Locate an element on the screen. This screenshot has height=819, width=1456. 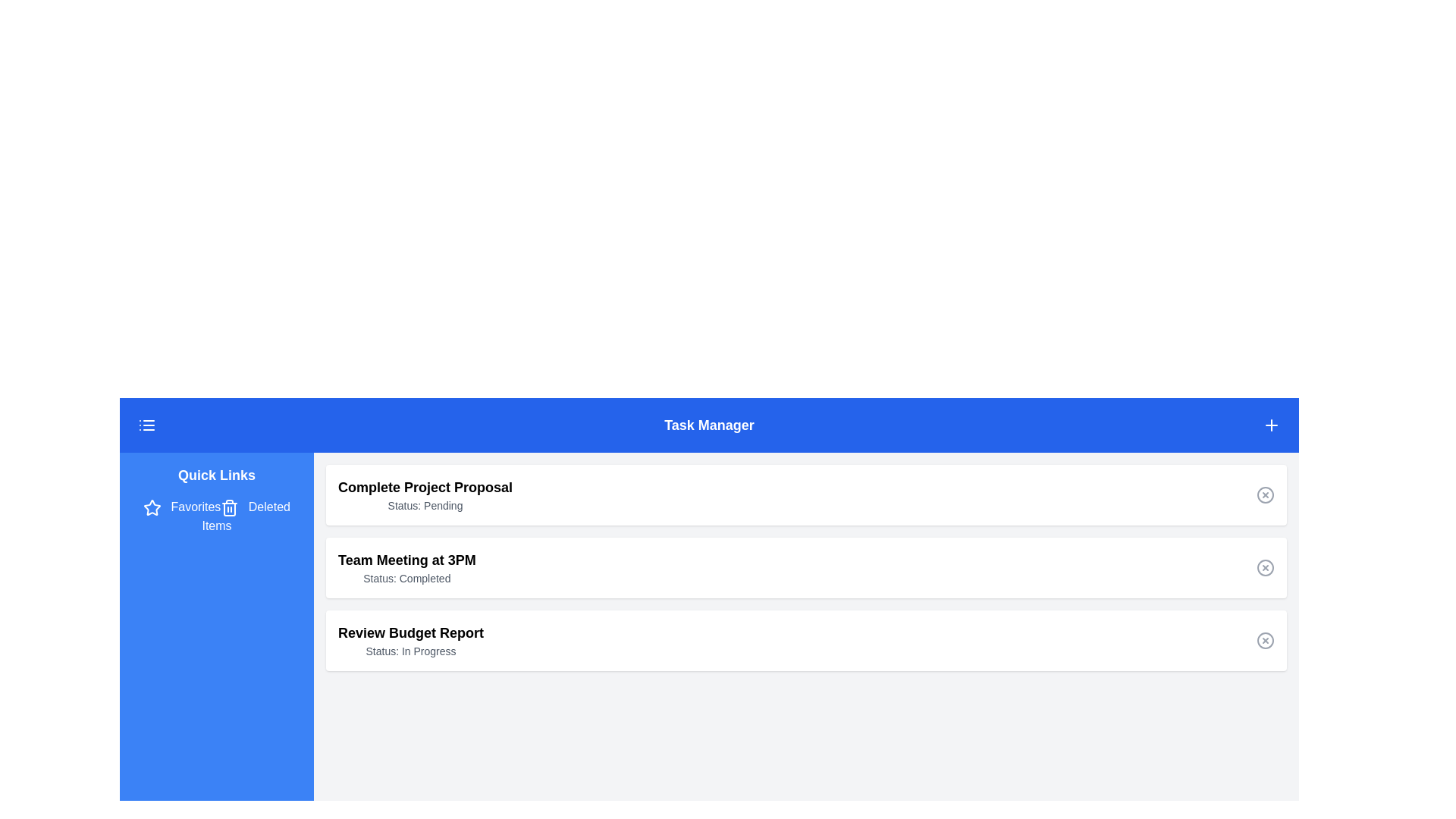
the star-shaped icon with a blue fill and white border in the 'Quick Links' section, which is the first icon to the left of the 'Favorites' label is located at coordinates (152, 507).